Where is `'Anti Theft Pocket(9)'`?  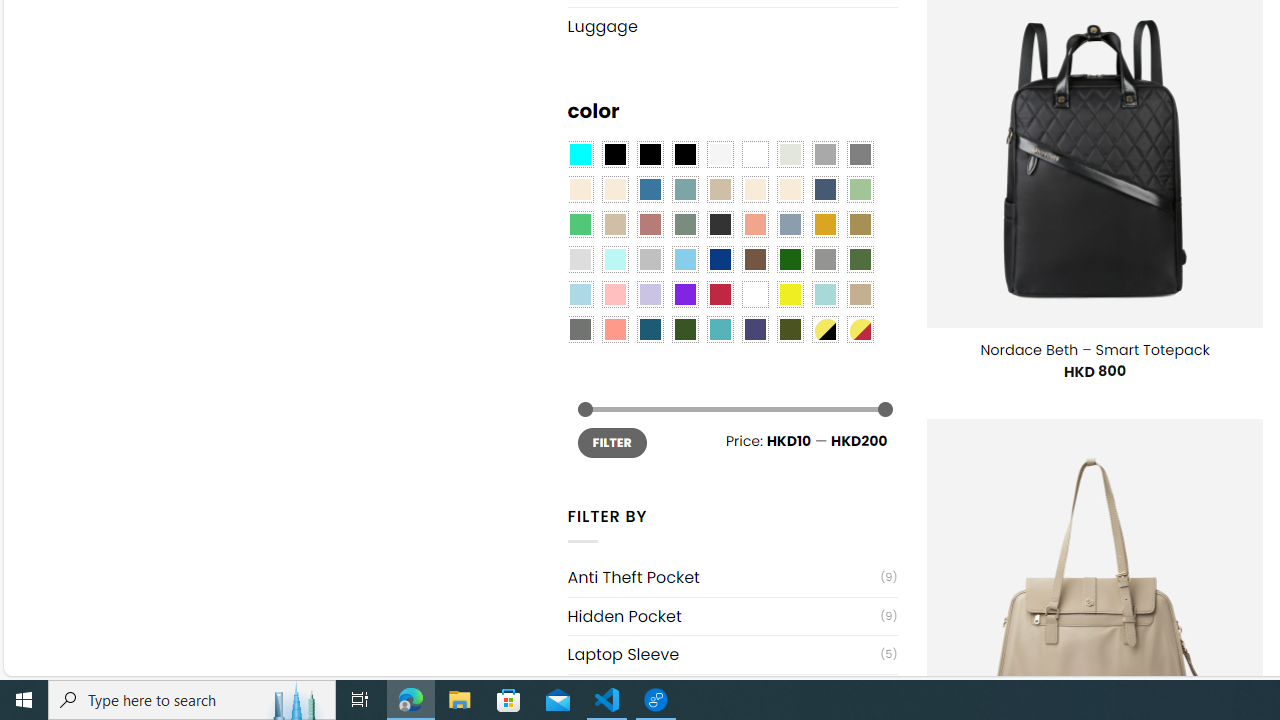
'Anti Theft Pocket(9)' is located at coordinates (731, 577).